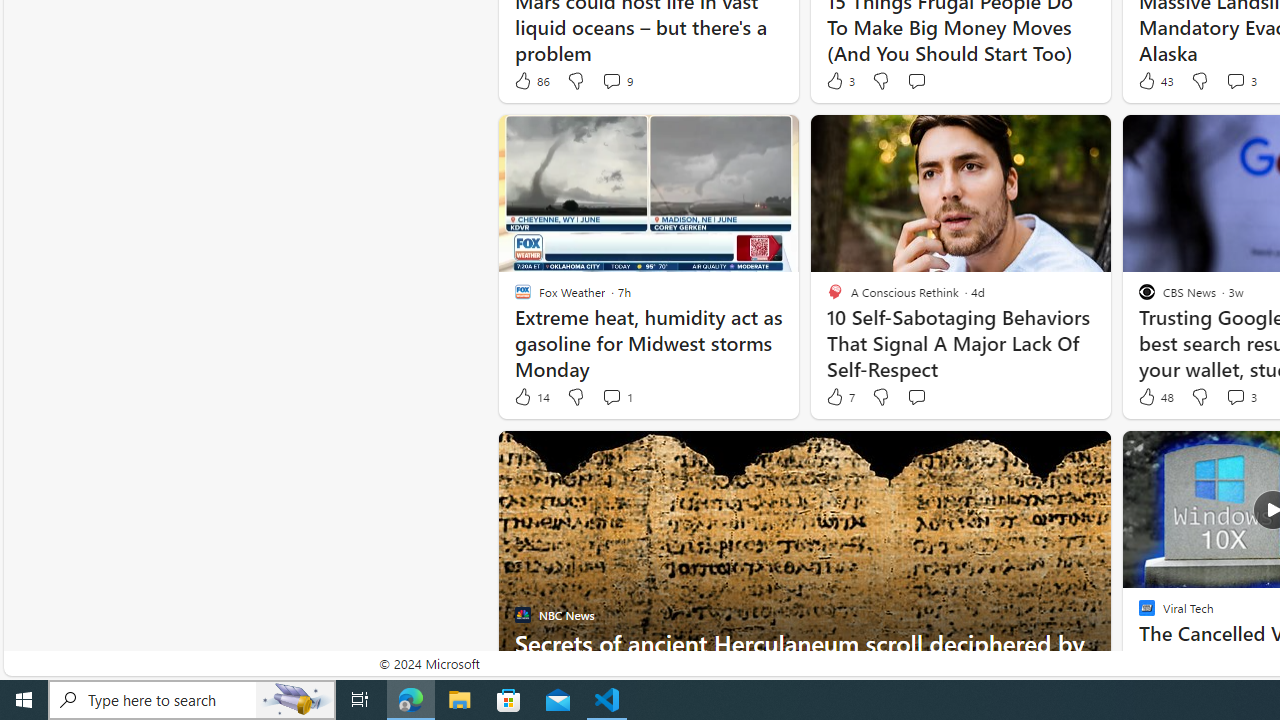 The image size is (1280, 720). I want to click on 'View comments 9 Comment', so click(615, 80).